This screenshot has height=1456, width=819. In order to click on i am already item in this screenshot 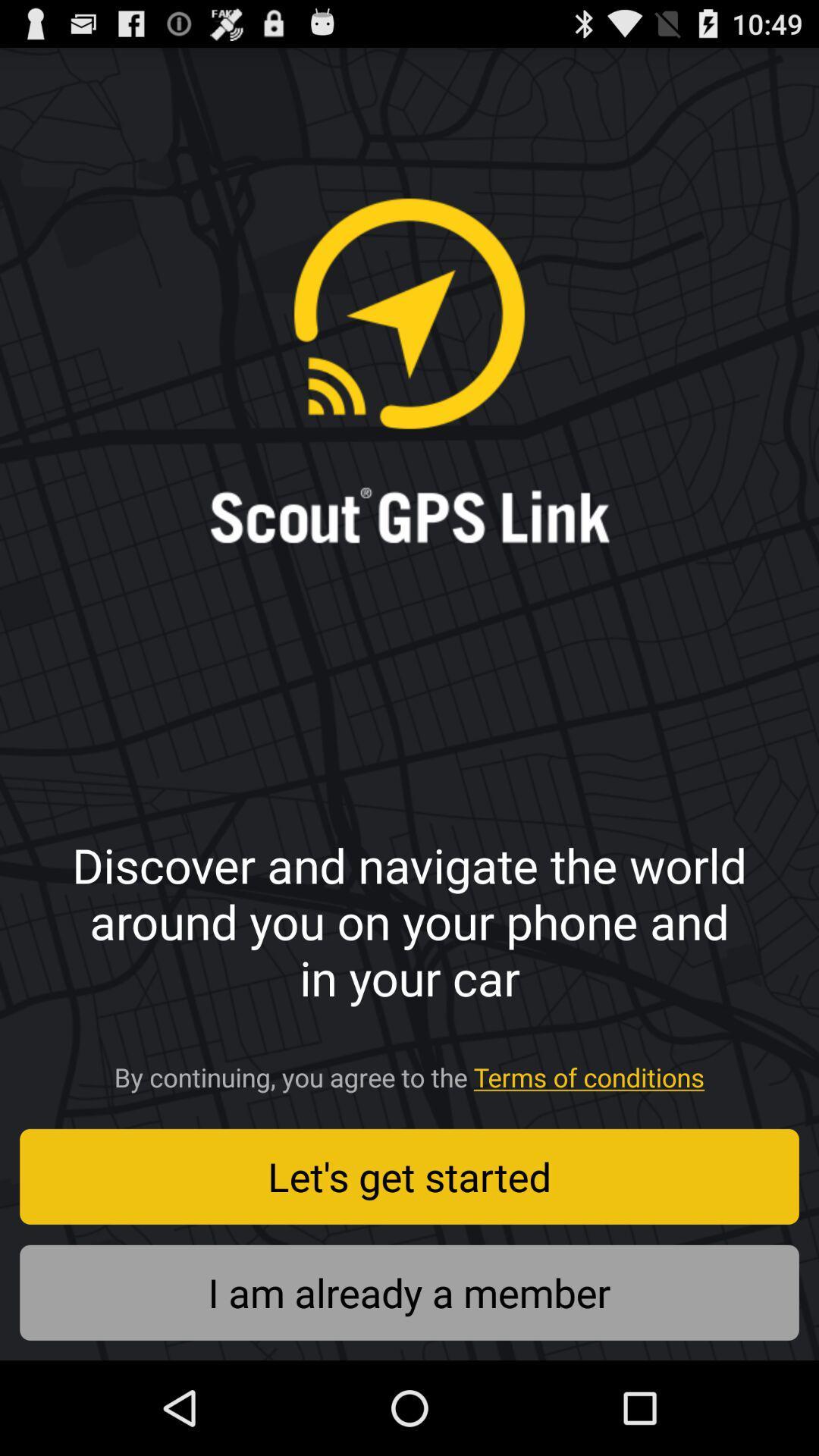, I will do `click(409, 1291)`.